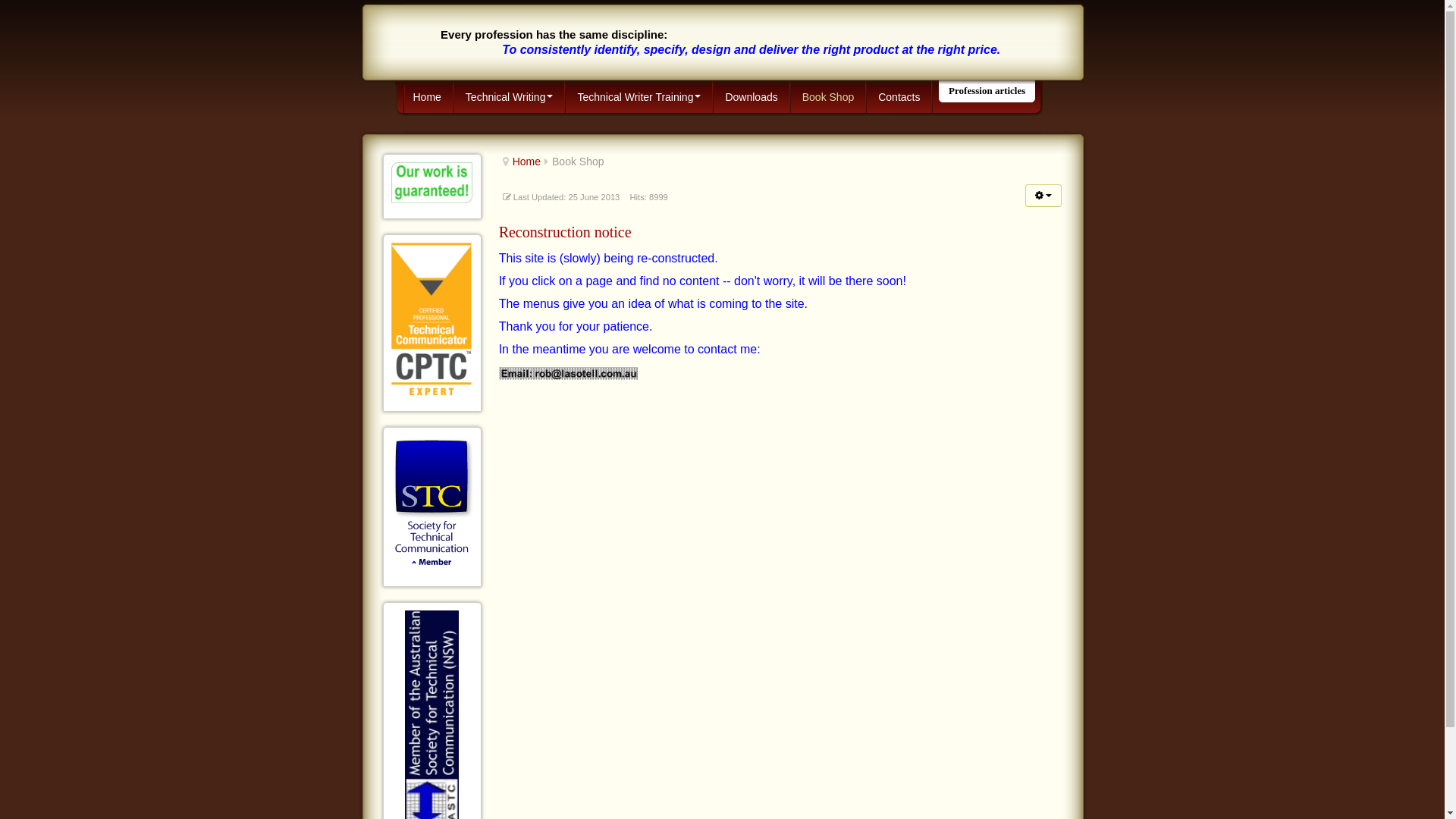  What do you see at coordinates (564, 96) in the screenshot?
I see `'Technical Writer Training'` at bounding box center [564, 96].